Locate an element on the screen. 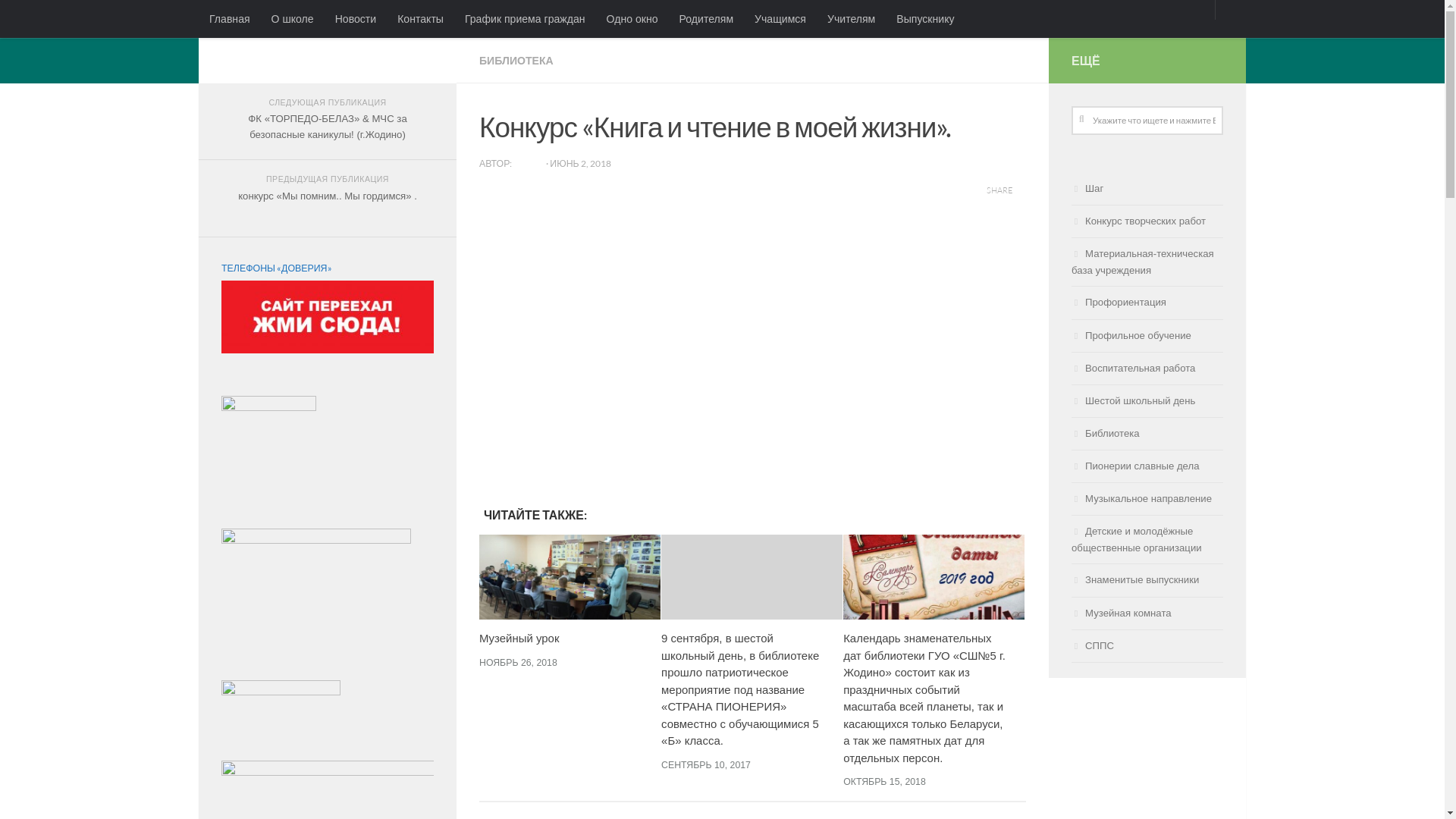 The width and height of the screenshot is (1456, 819). 'ADMIN' is located at coordinates (529, 163).